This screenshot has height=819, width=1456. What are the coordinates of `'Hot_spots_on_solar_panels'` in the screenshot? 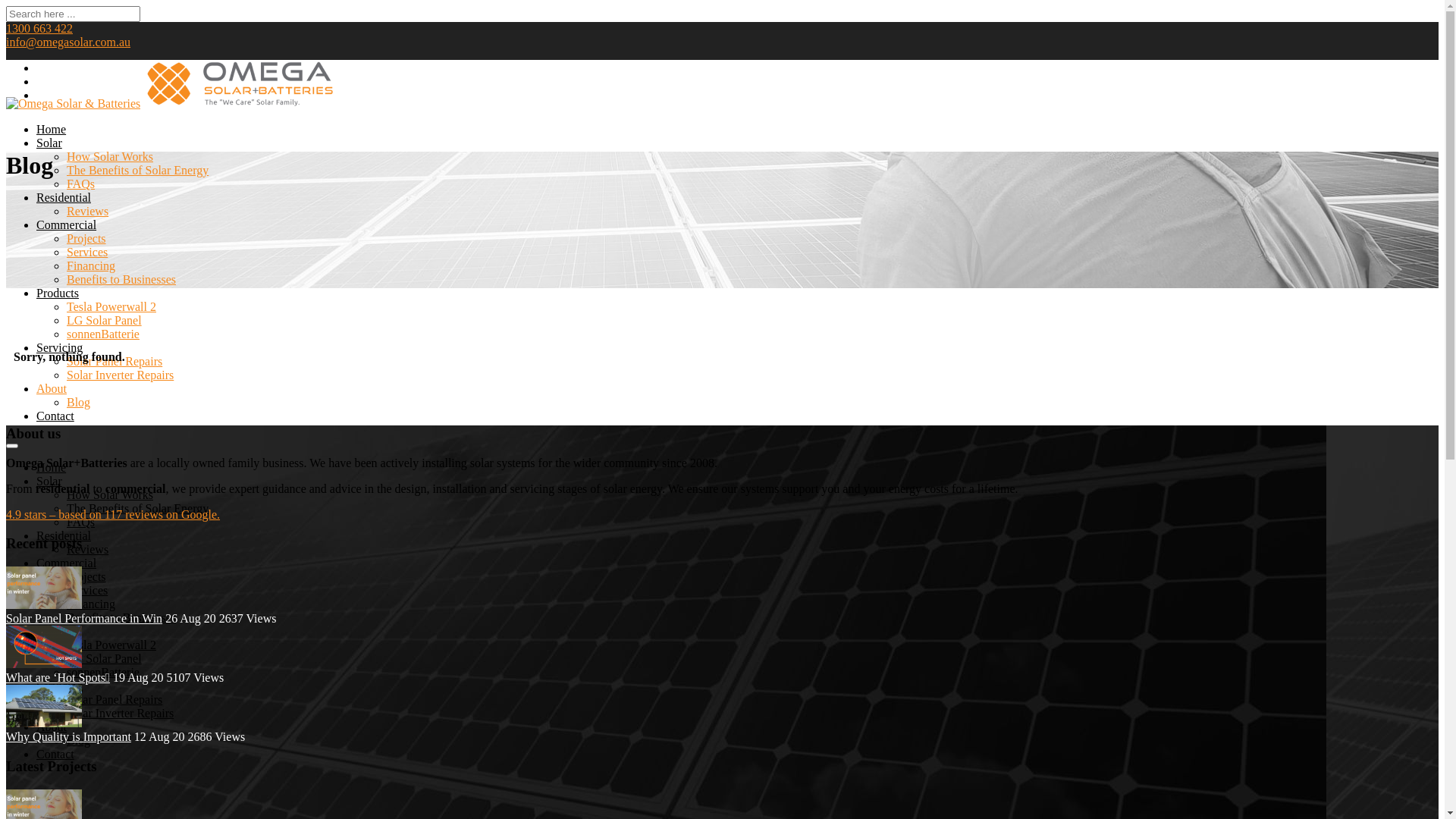 It's located at (43, 646).